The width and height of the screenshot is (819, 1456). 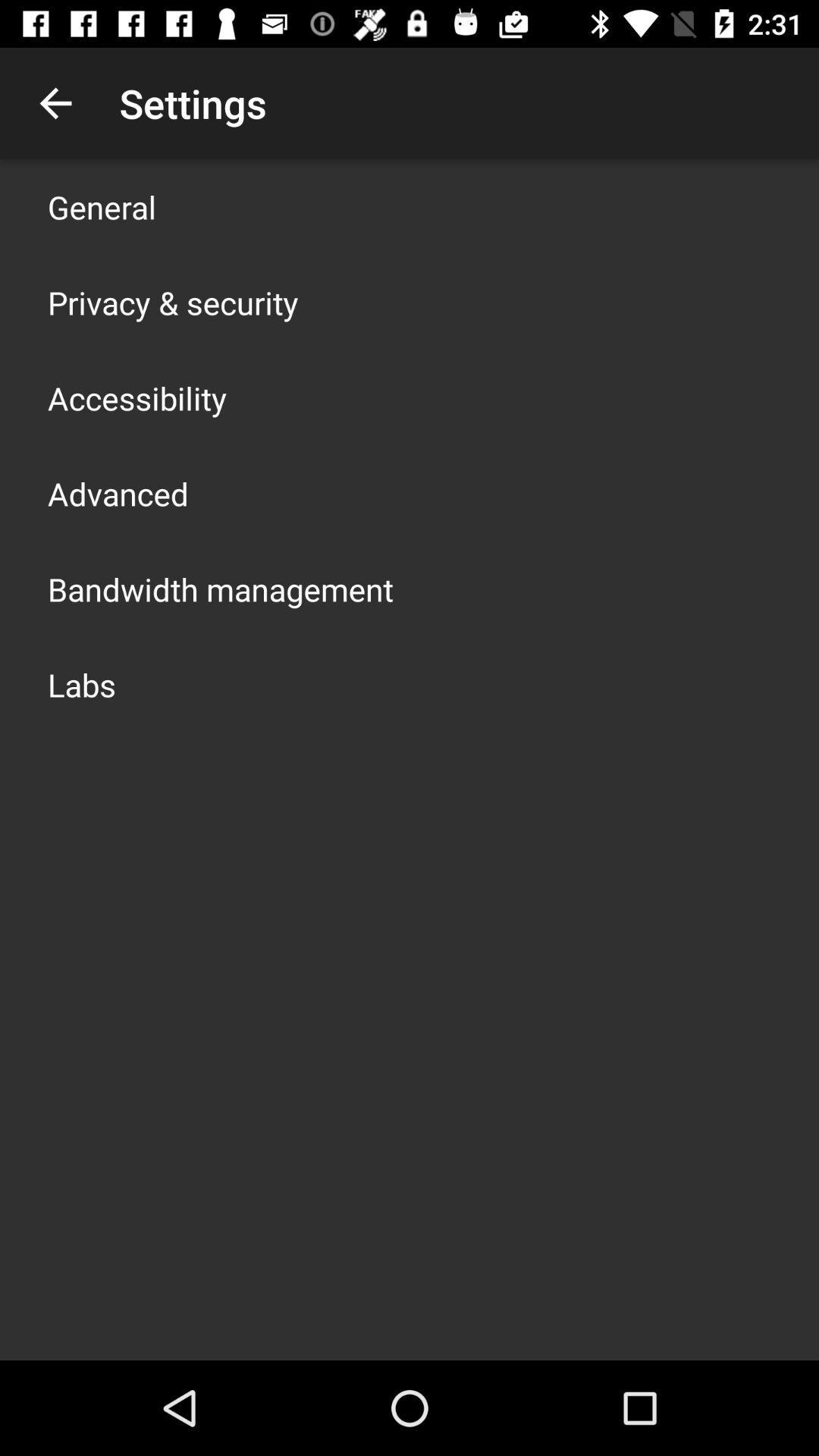 What do you see at coordinates (172, 302) in the screenshot?
I see `the item below the general` at bounding box center [172, 302].